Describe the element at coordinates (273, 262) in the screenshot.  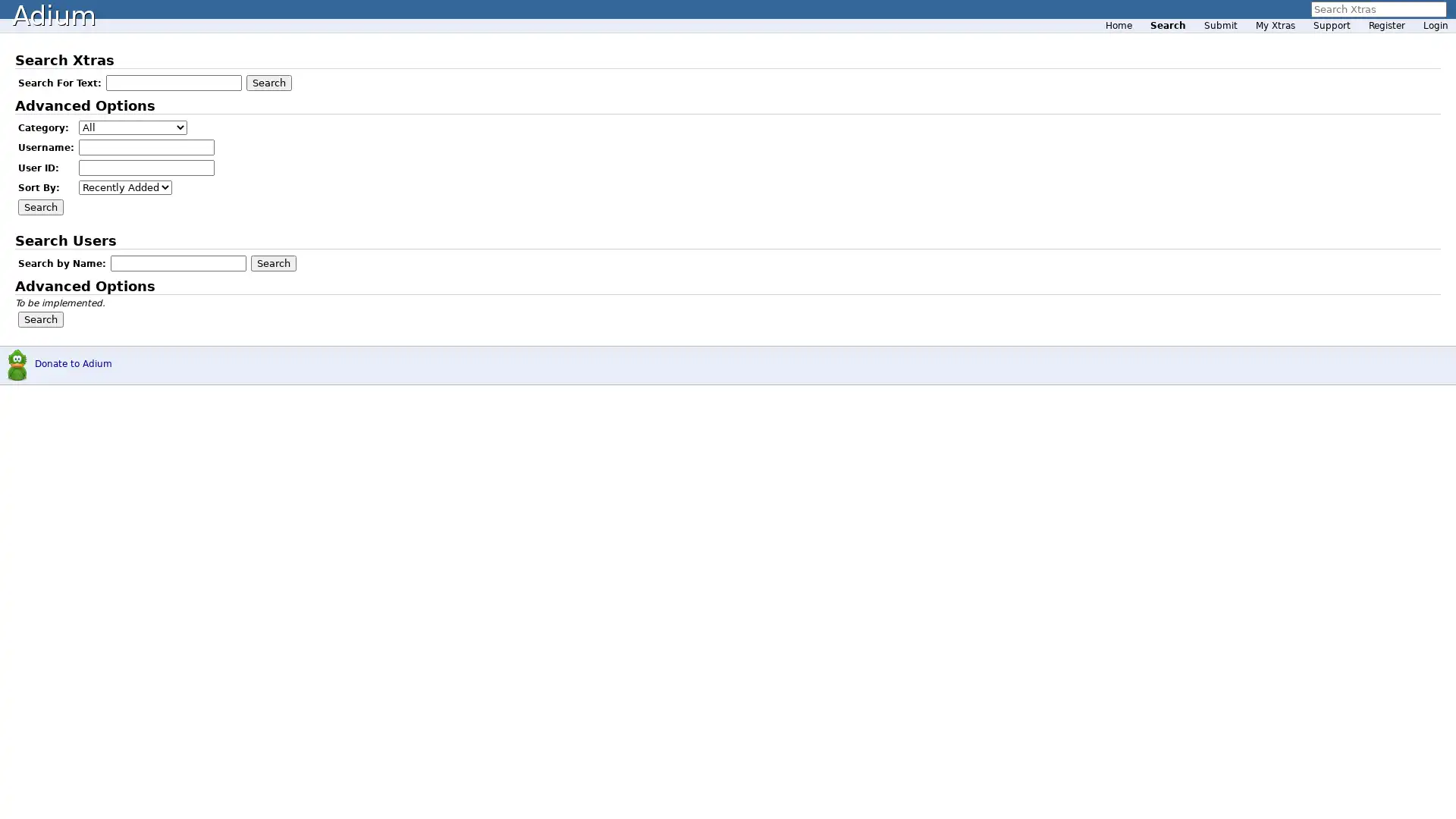
I see `Search` at that location.